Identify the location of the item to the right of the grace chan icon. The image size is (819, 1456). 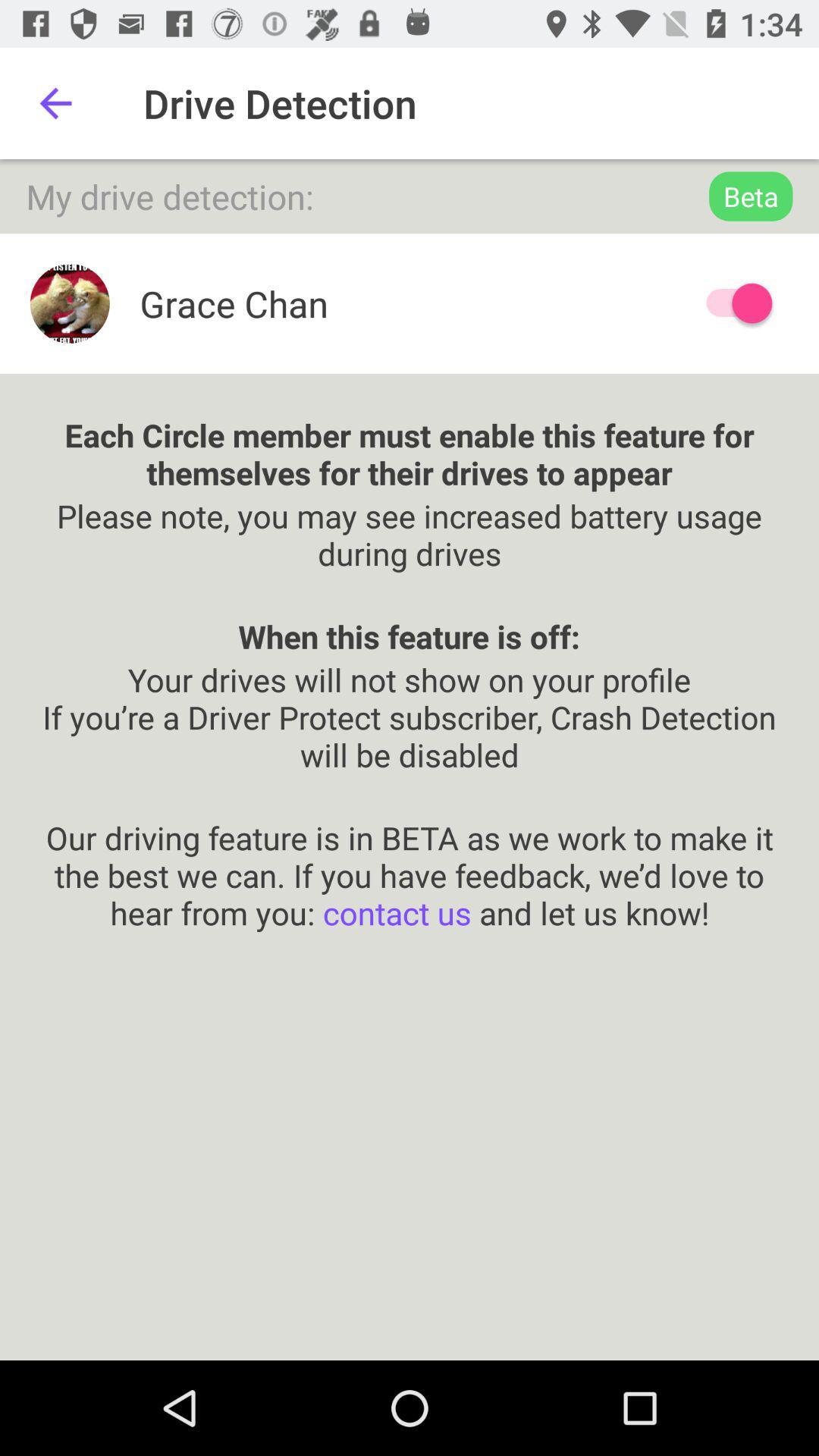
(731, 303).